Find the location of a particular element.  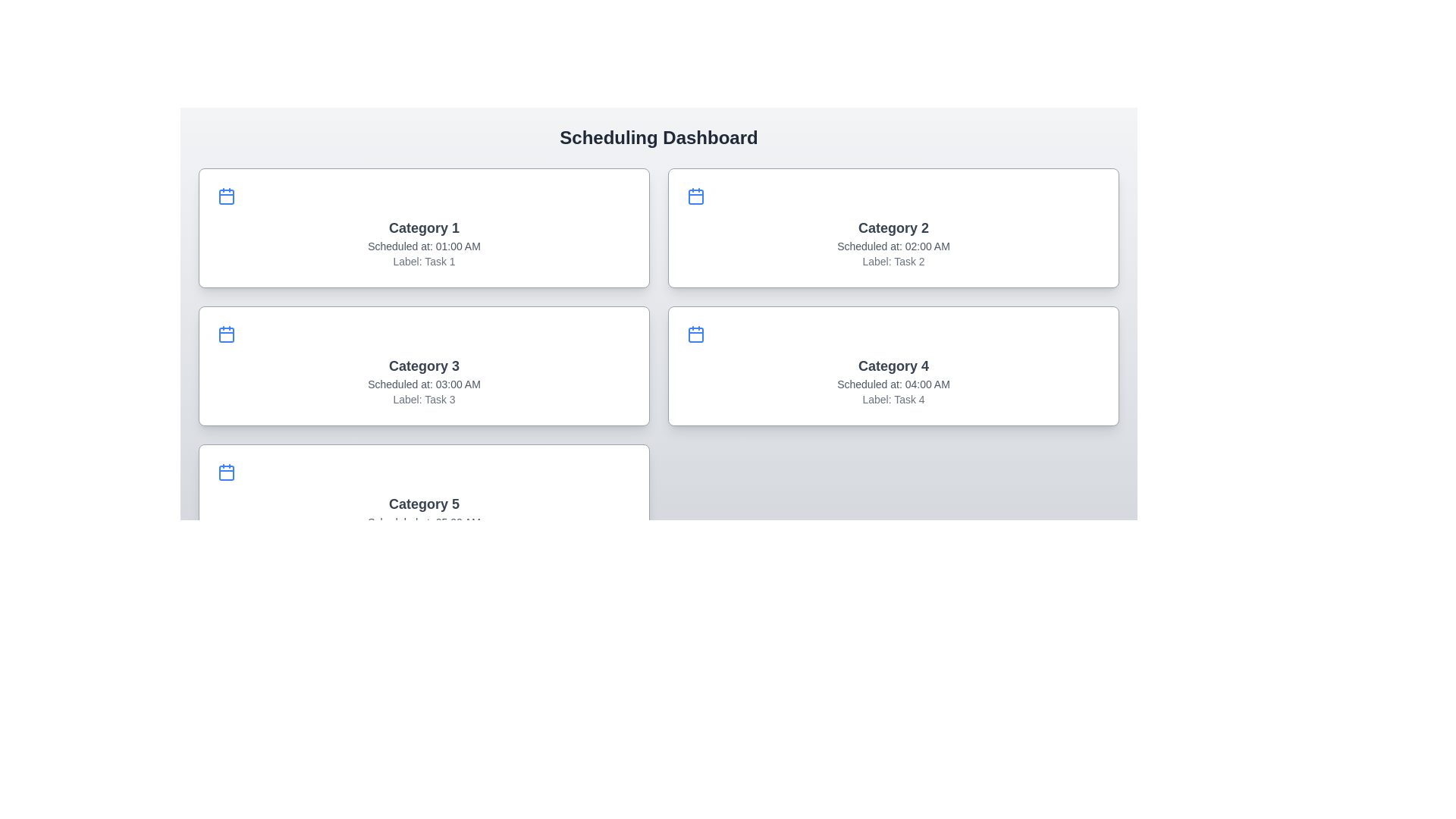

the fourth scheduling card is located at coordinates (893, 366).